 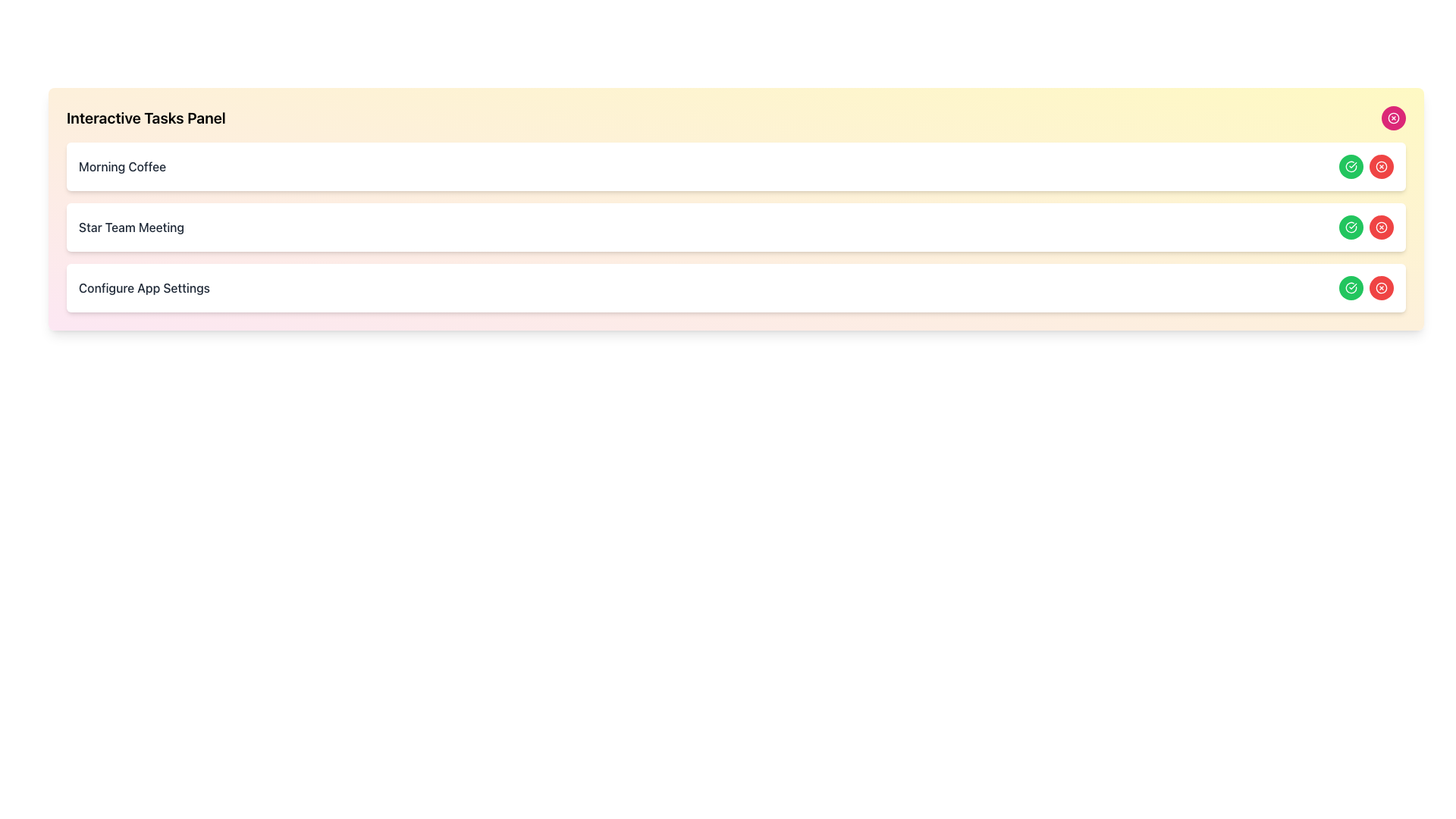 I want to click on the confirm button located in the second row of buttons on the right side of the middle task block in the interface, so click(x=1351, y=166).